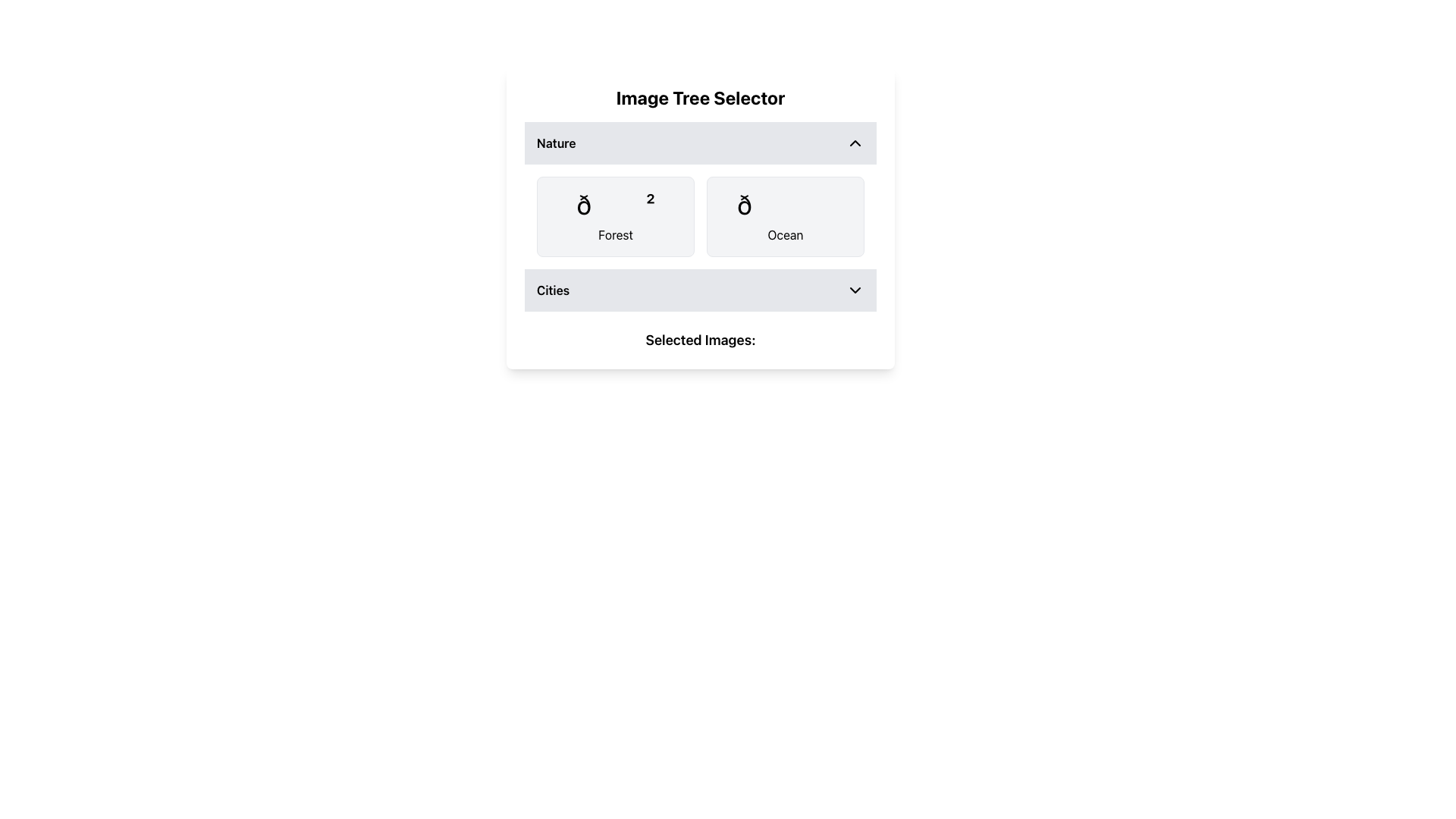  What do you see at coordinates (700, 290) in the screenshot?
I see `the Dropdown Trigger element labeled 'Cities'` at bounding box center [700, 290].